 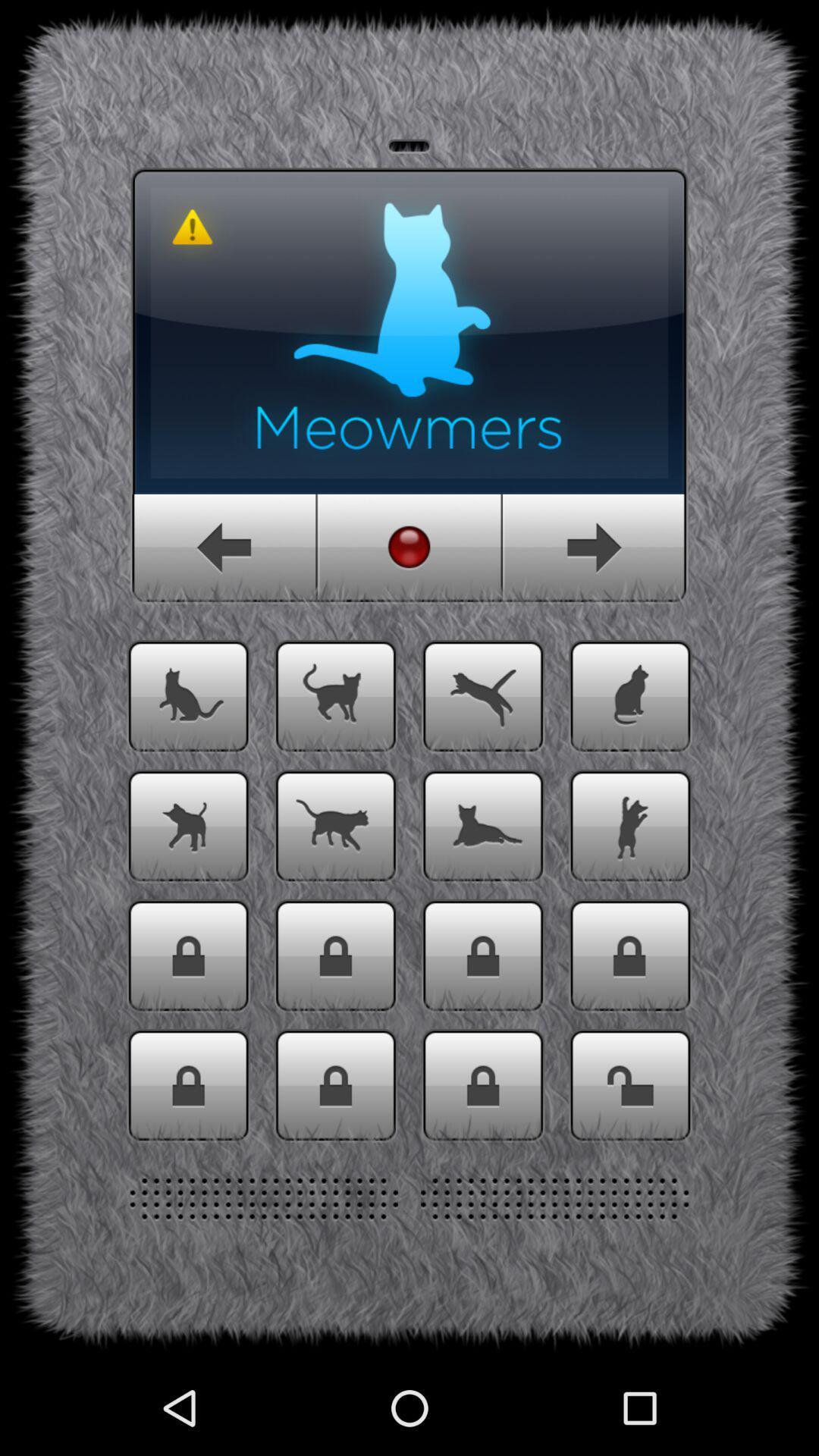 I want to click on the lock icon, so click(x=630, y=1031).